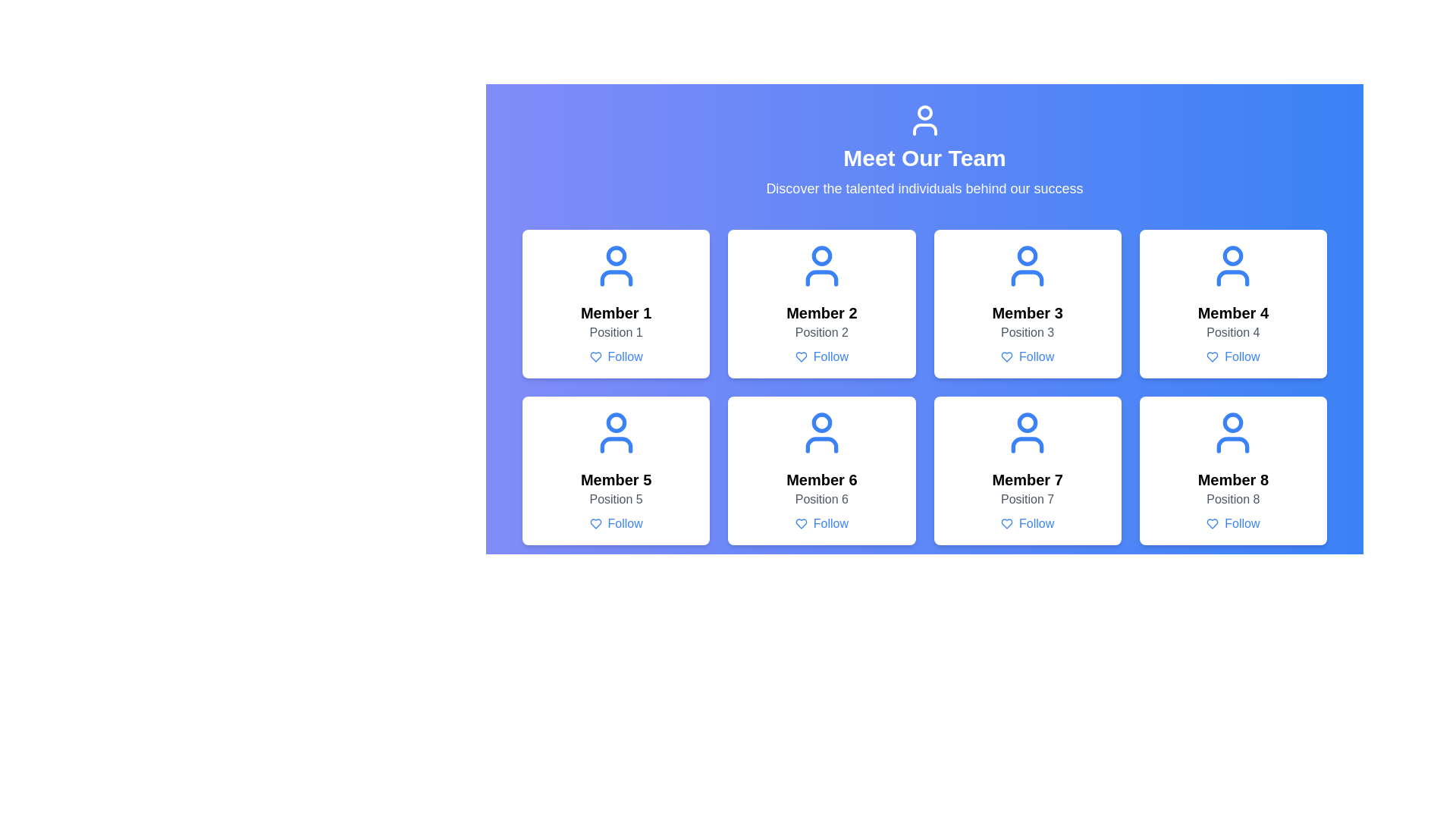  What do you see at coordinates (1028, 479) in the screenshot?
I see `the text label that serves as a title or identifier for the seventh card in the grid layout, located in the second row and third column, positioned above 'Position 7' and below the user icon` at bounding box center [1028, 479].